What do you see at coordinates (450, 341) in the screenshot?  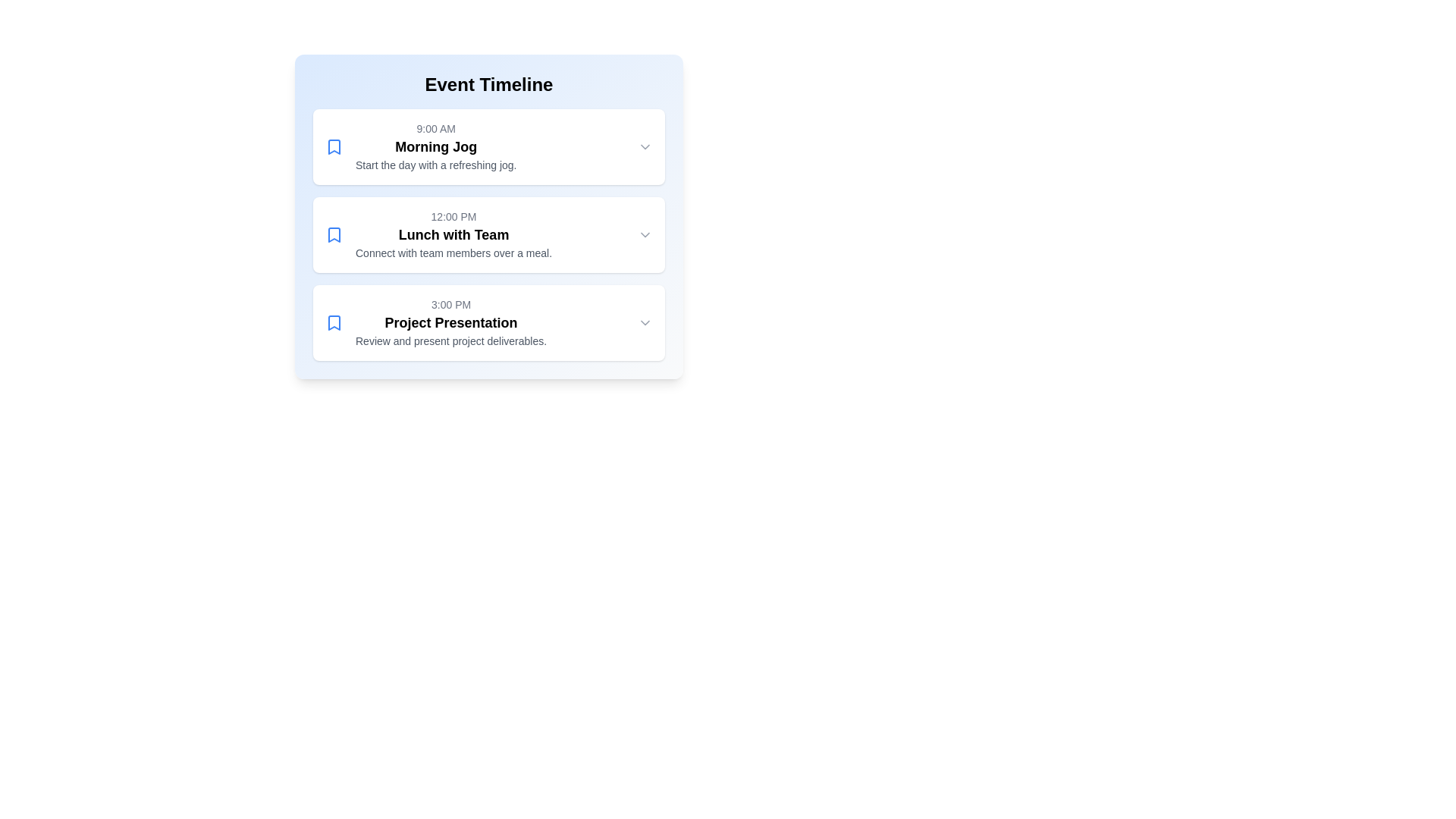 I see `the static text element providing details for the event labeled 'Project Presentation', located beneath the heading and part of the event timeline interface` at bounding box center [450, 341].